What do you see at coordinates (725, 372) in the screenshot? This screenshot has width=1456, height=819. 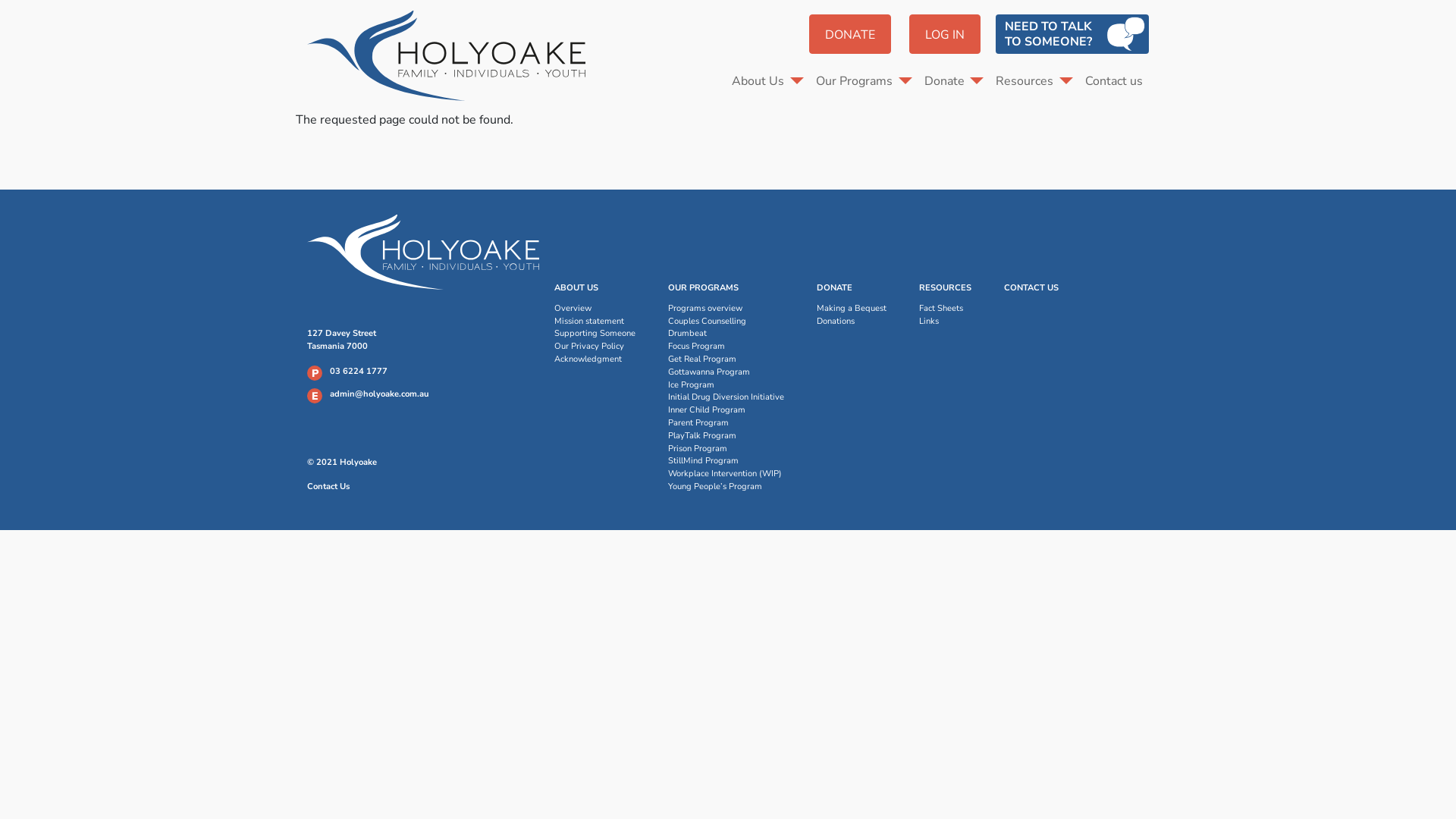 I see `'Gottawanna Program'` at bounding box center [725, 372].